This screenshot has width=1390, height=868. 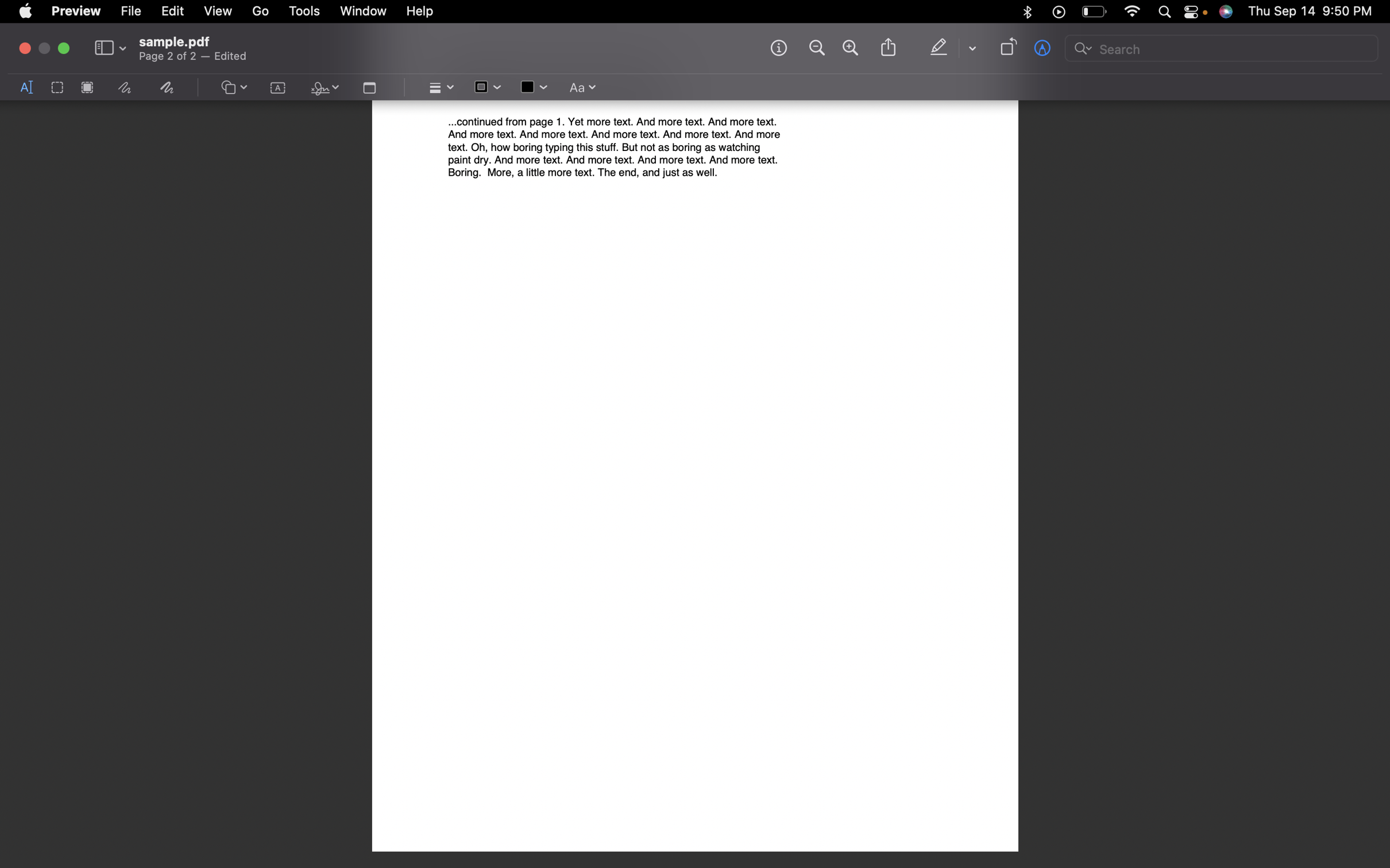 I want to click on the text panel, so click(x=278, y=88).